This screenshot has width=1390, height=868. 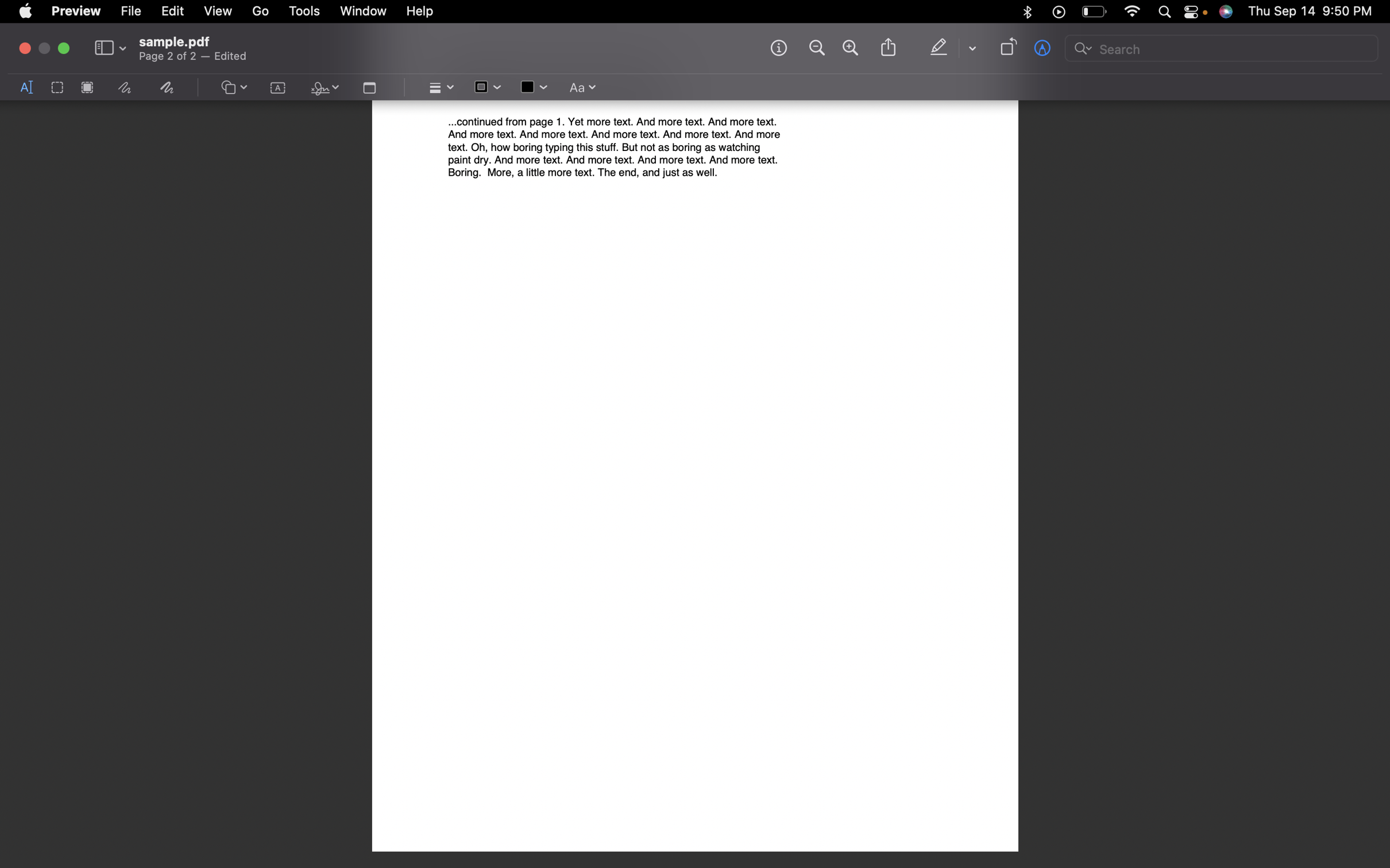 I want to click on the text panel, so click(x=278, y=88).